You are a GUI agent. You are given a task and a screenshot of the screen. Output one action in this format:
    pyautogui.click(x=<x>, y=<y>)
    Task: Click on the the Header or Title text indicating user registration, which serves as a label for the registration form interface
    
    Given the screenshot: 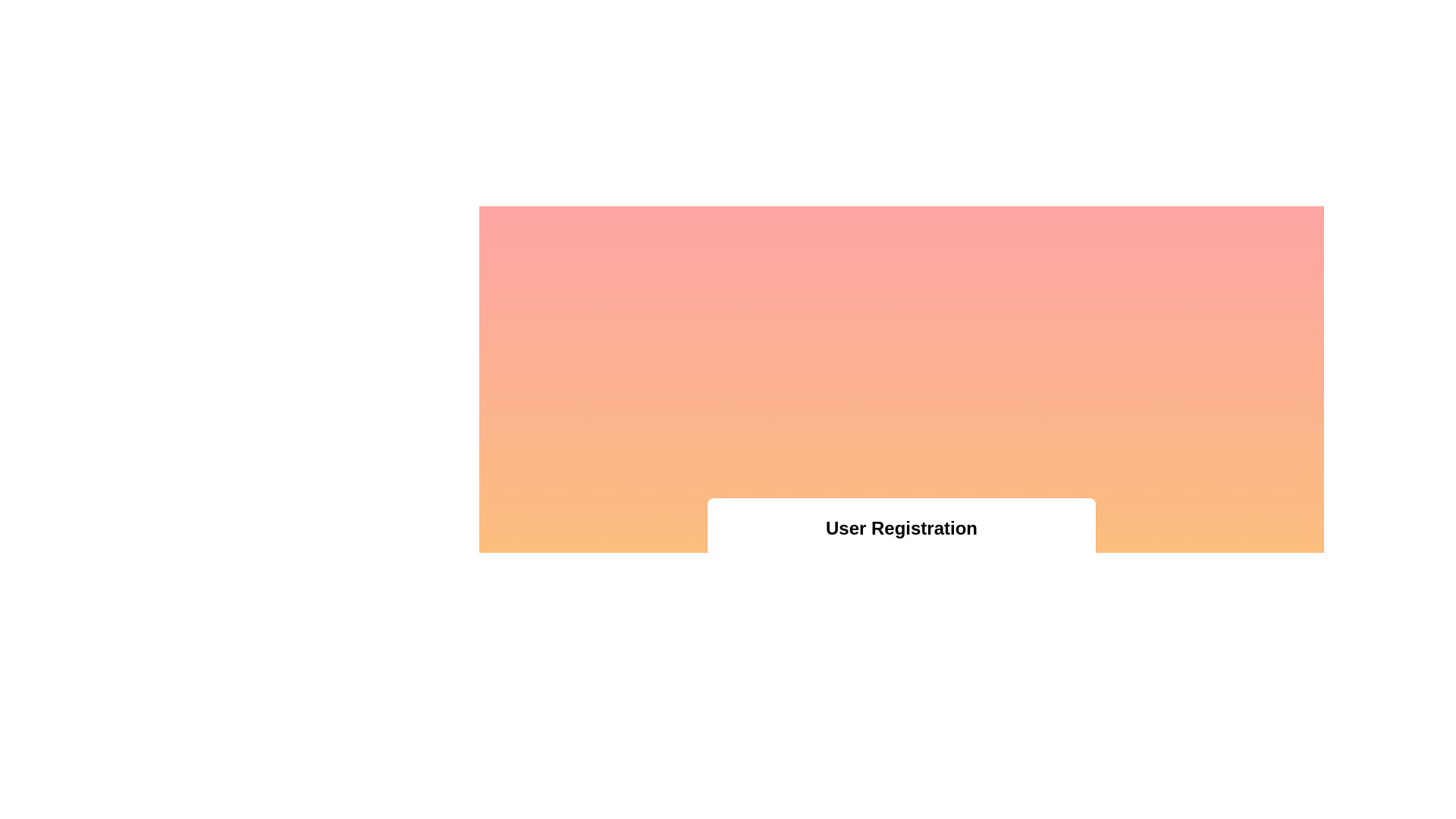 What is the action you would take?
    pyautogui.click(x=902, y=528)
    